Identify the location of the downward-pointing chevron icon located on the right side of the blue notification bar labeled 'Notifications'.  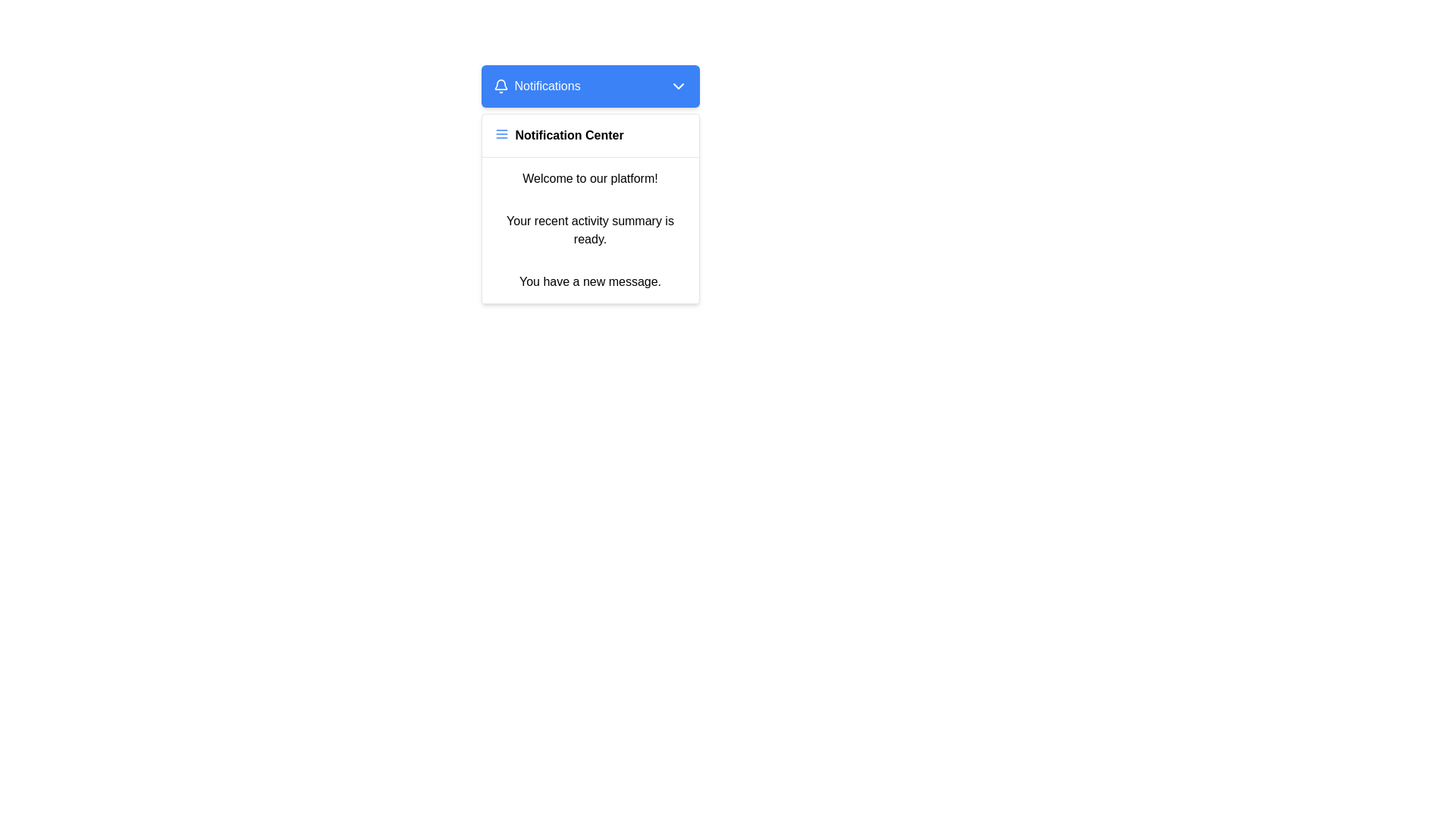
(677, 86).